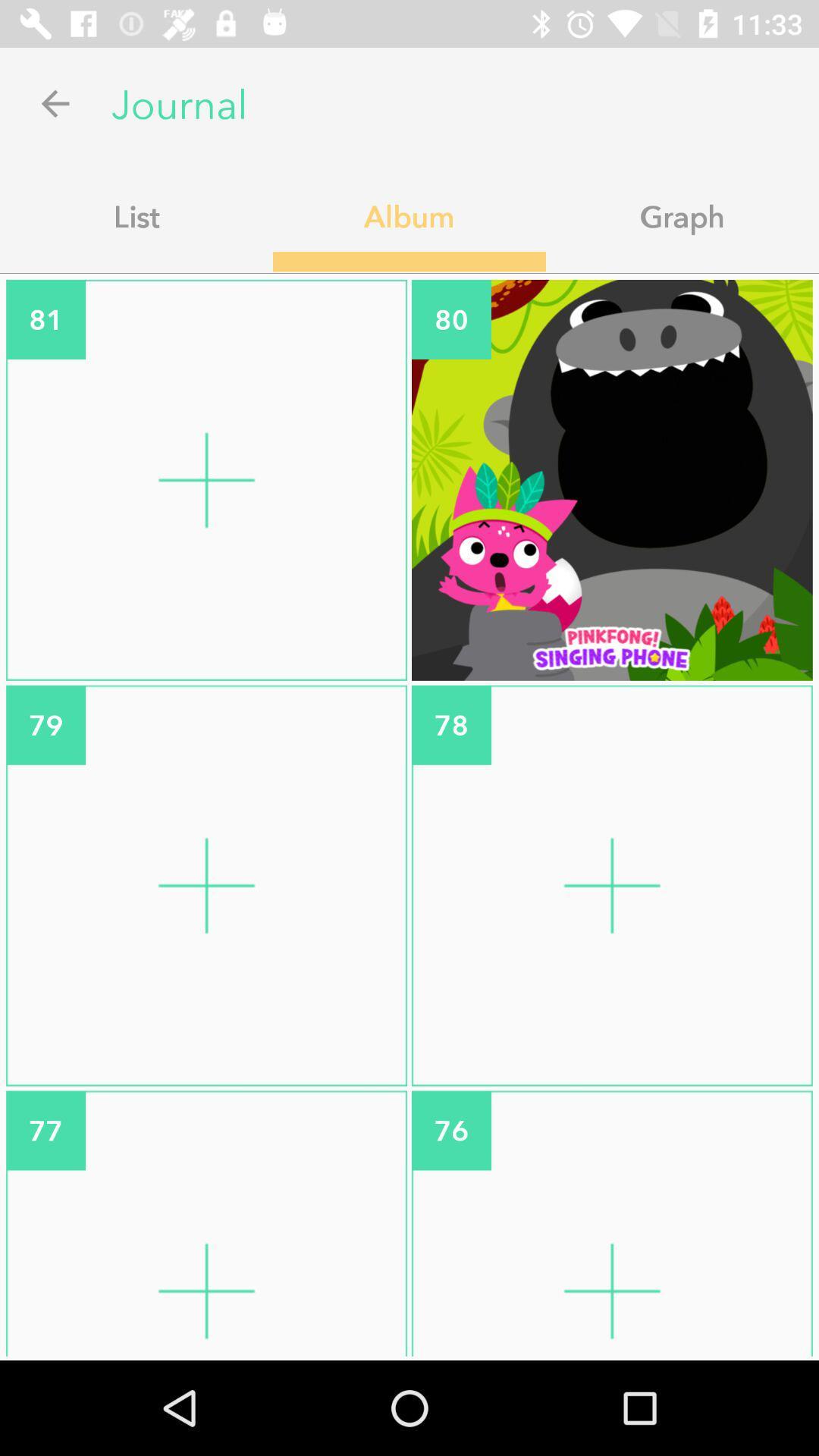  I want to click on icon above the list item, so click(55, 102).